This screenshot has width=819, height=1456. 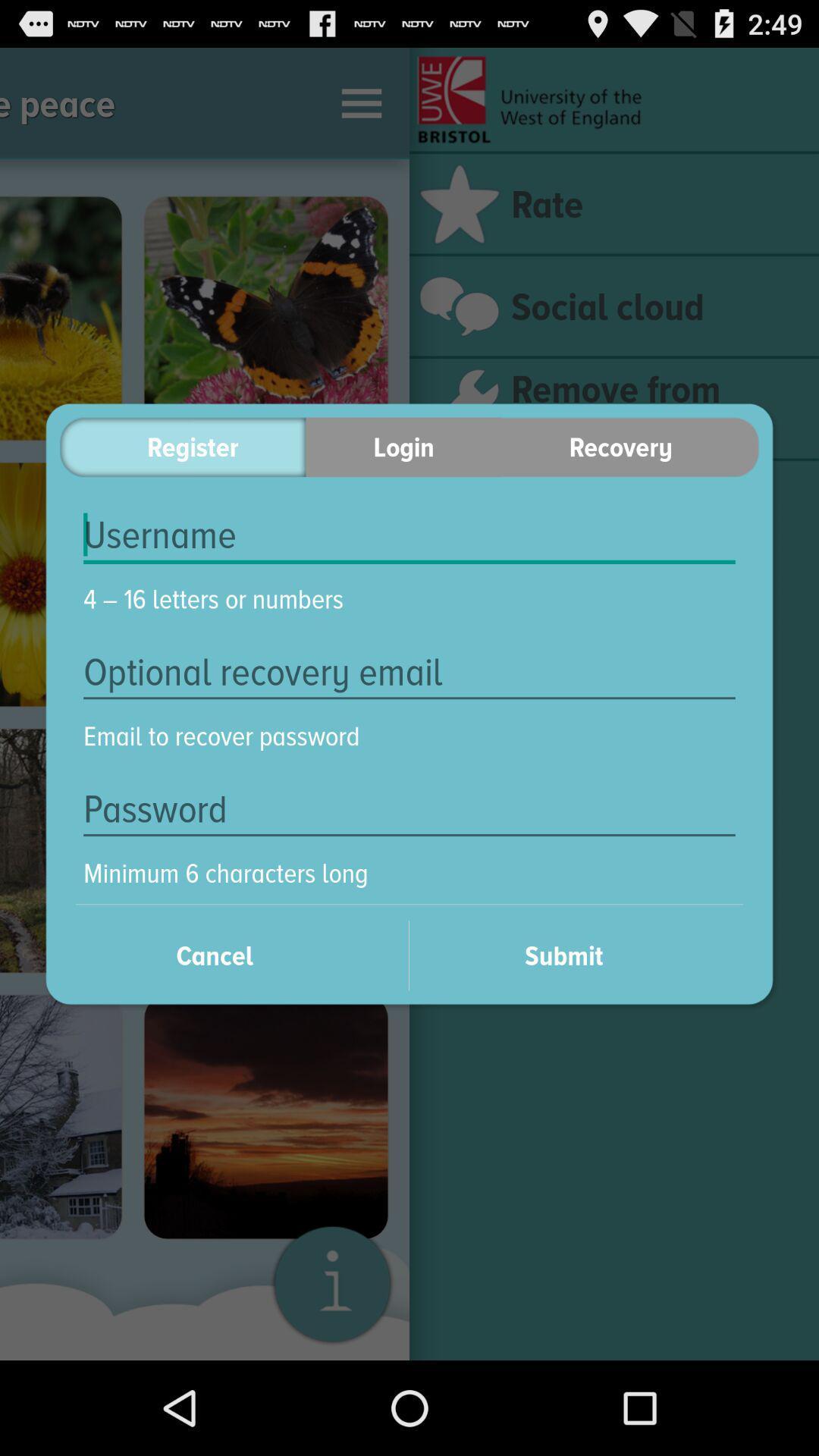 I want to click on the icon at the top left corner, so click(x=182, y=446).